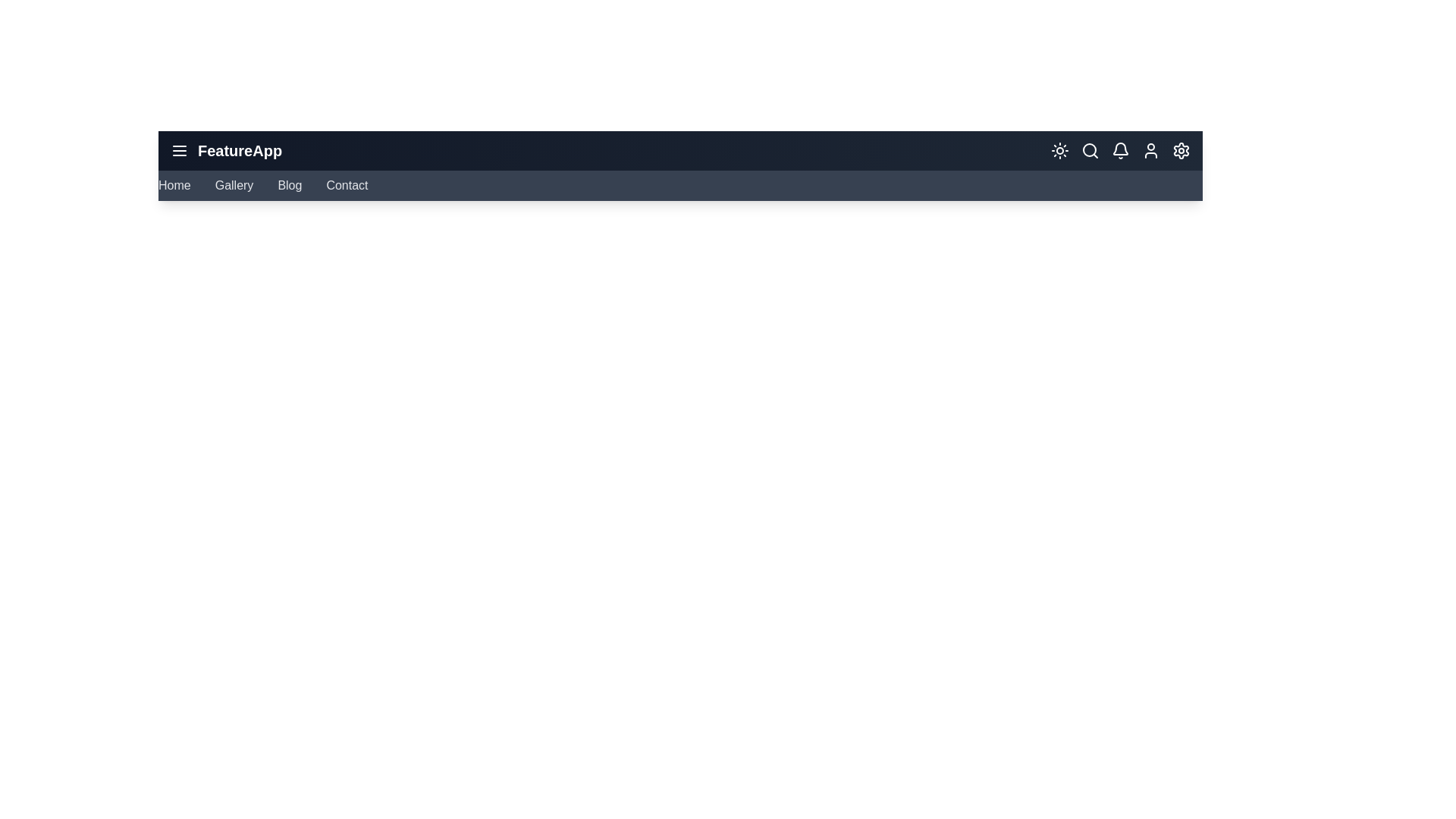 The height and width of the screenshot is (819, 1456). What do you see at coordinates (233, 185) in the screenshot?
I see `the navigation menu item Gallery` at bounding box center [233, 185].